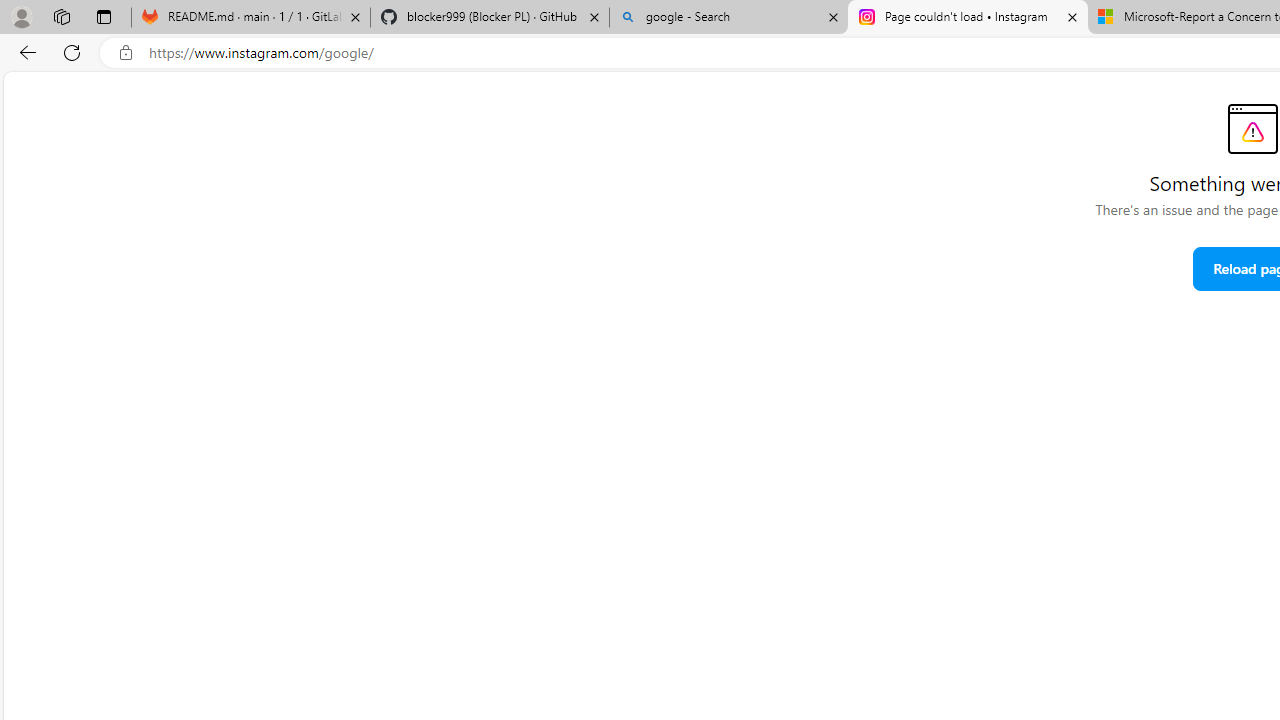 The image size is (1280, 720). What do you see at coordinates (24, 51) in the screenshot?
I see `'Back'` at bounding box center [24, 51].